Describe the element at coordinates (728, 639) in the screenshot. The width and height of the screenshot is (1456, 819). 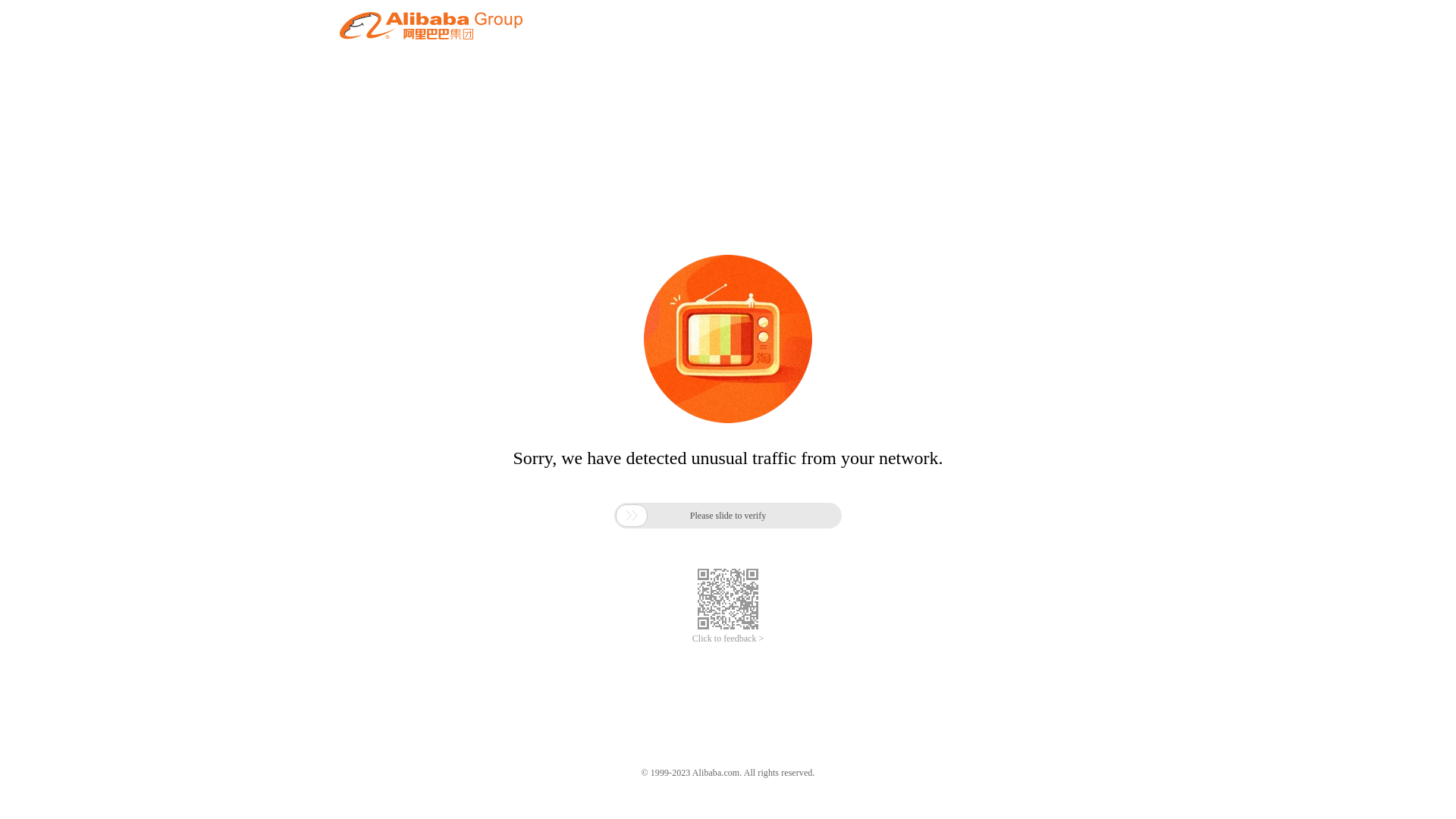
I see `'Click to feedback >'` at that location.